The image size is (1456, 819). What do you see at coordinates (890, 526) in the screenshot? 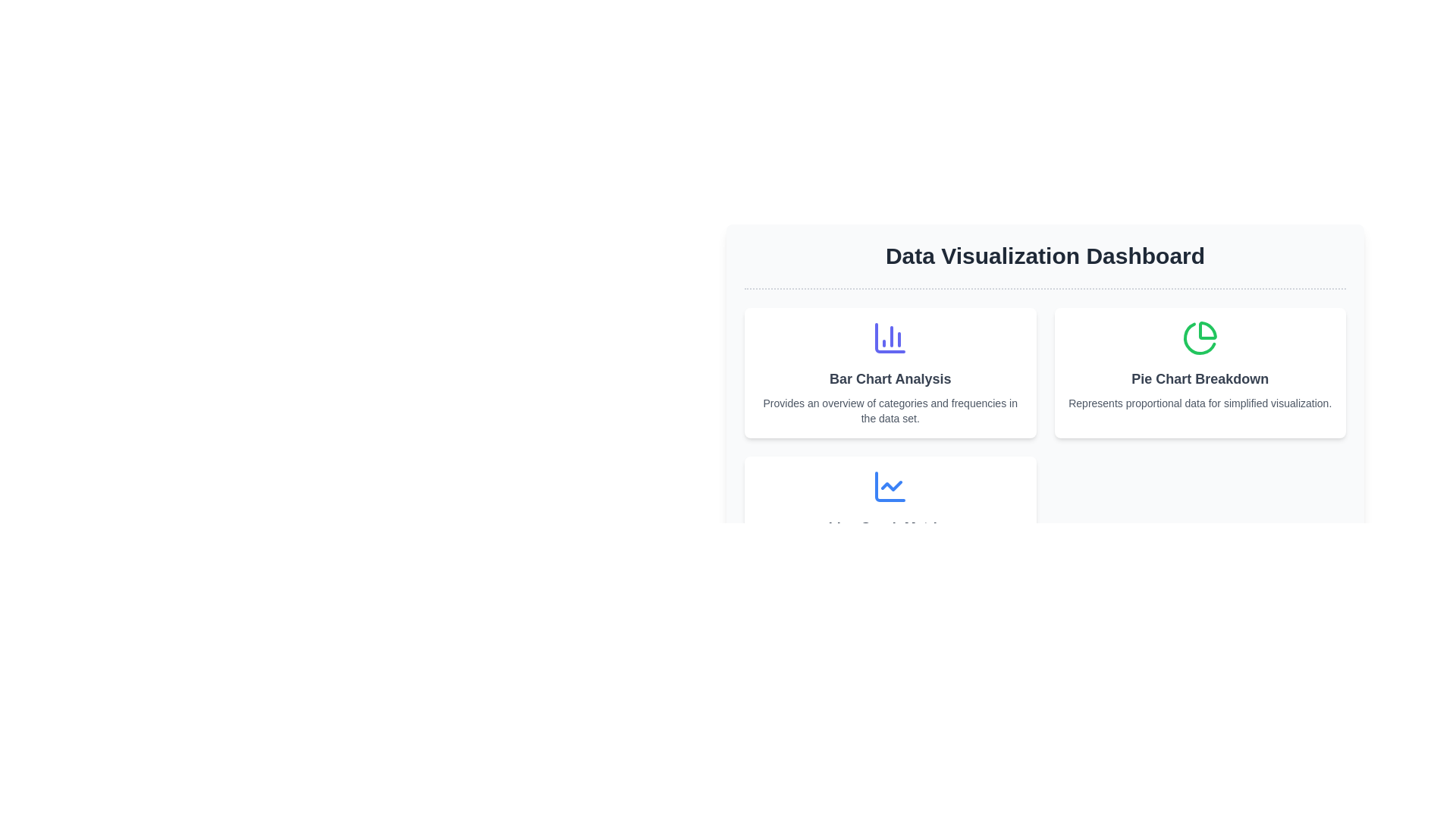
I see `label displaying 'Line Graph Metrics', which is a bold text located below the line graph icon and above the descriptive text` at bounding box center [890, 526].